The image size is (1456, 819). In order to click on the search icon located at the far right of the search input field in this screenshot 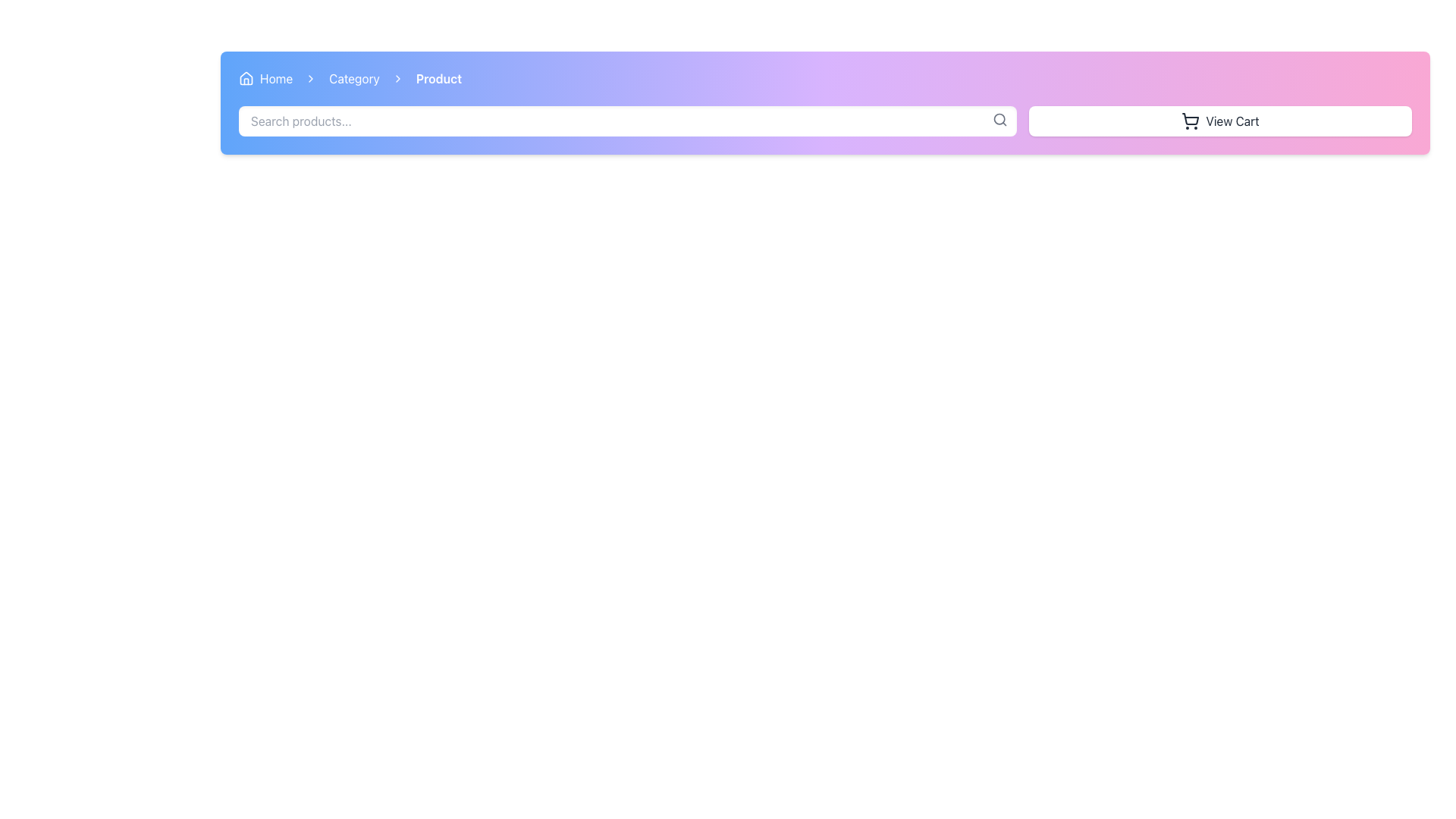, I will do `click(1000, 119)`.